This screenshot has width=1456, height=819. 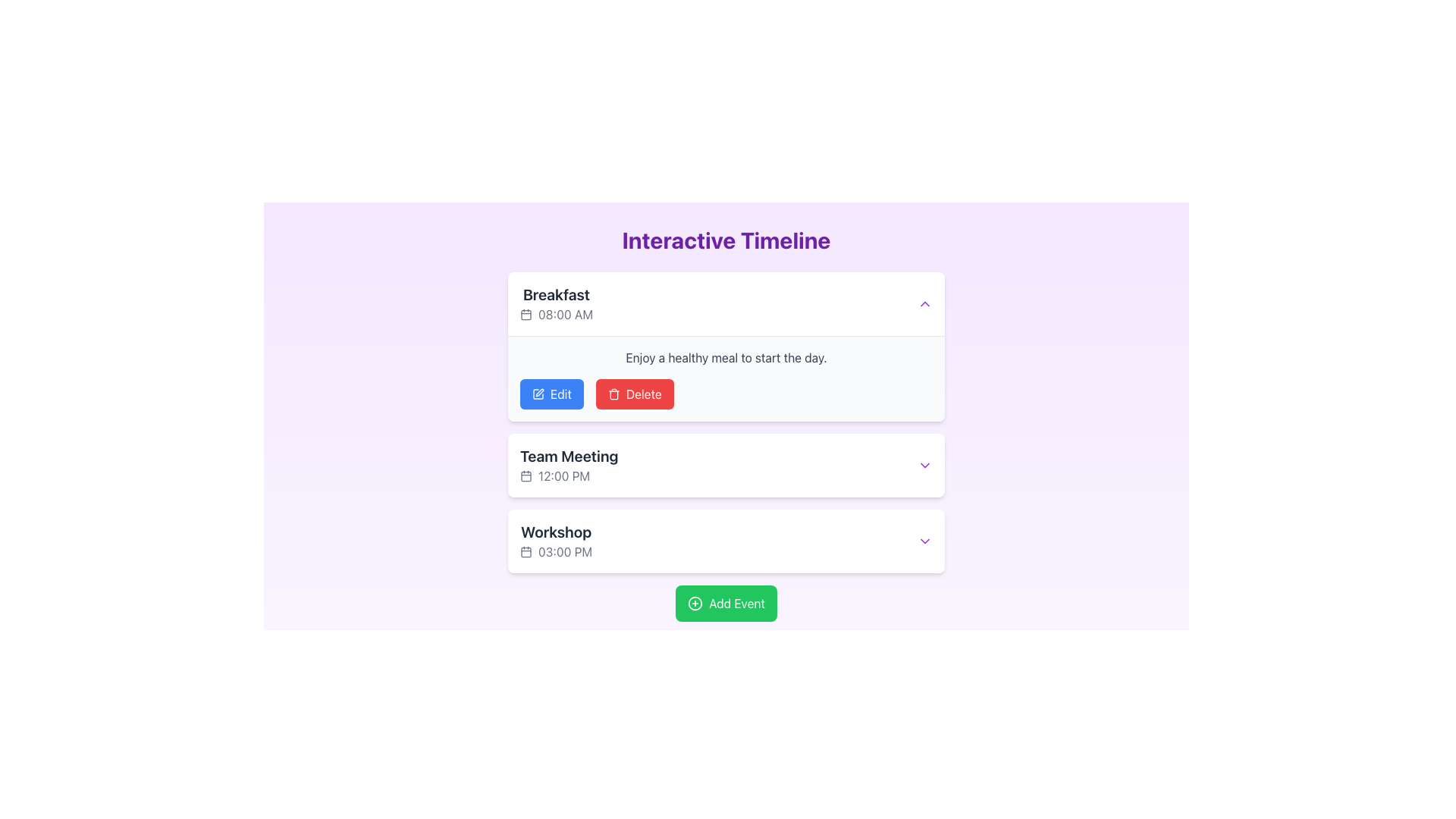 What do you see at coordinates (613, 394) in the screenshot?
I see `the delete icon located to the left of the 'Delete' text in the delete button for the 'Breakfast' event` at bounding box center [613, 394].